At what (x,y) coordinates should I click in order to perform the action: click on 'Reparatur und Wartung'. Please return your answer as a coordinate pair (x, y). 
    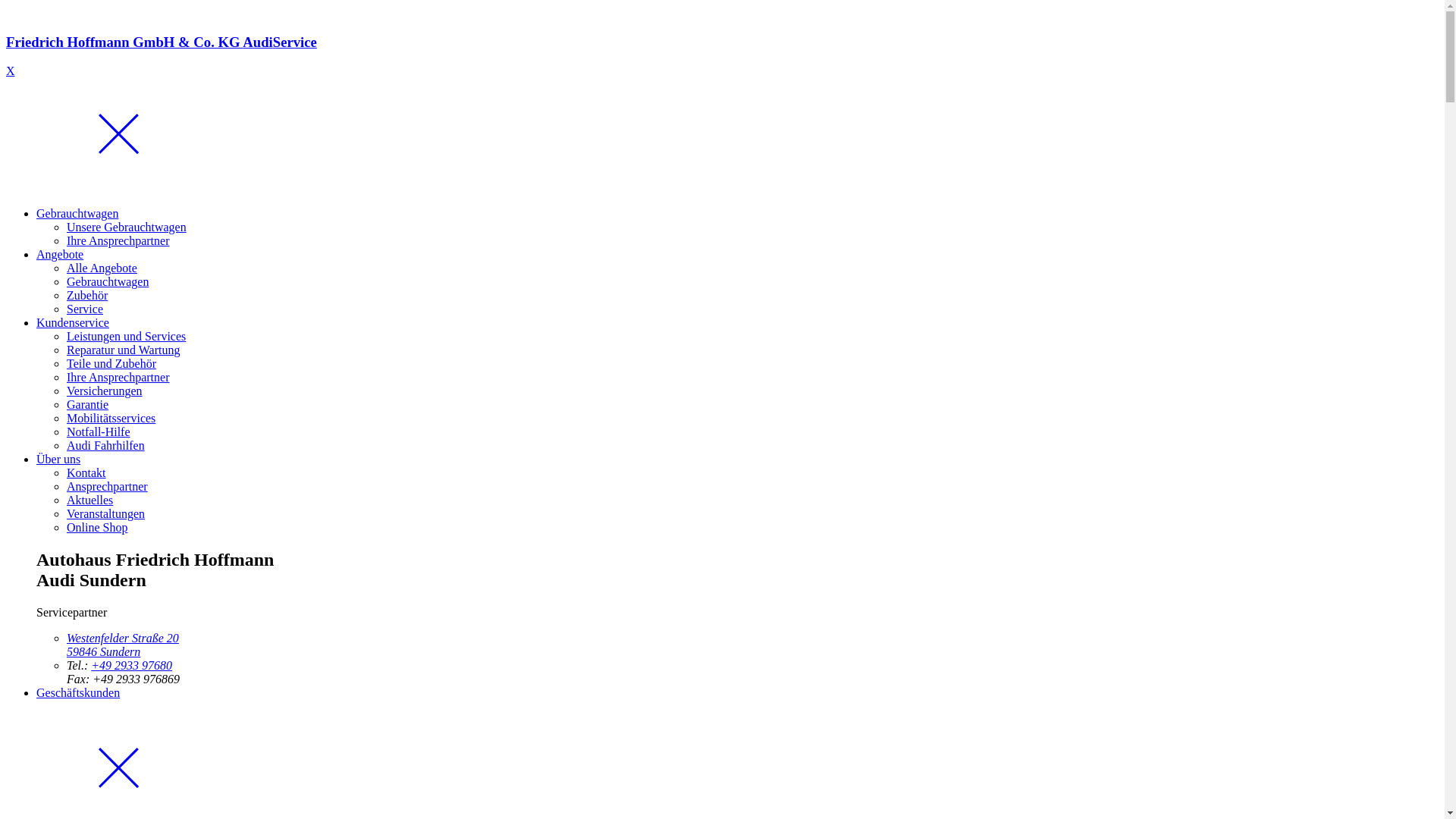
    Looking at the image, I should click on (123, 350).